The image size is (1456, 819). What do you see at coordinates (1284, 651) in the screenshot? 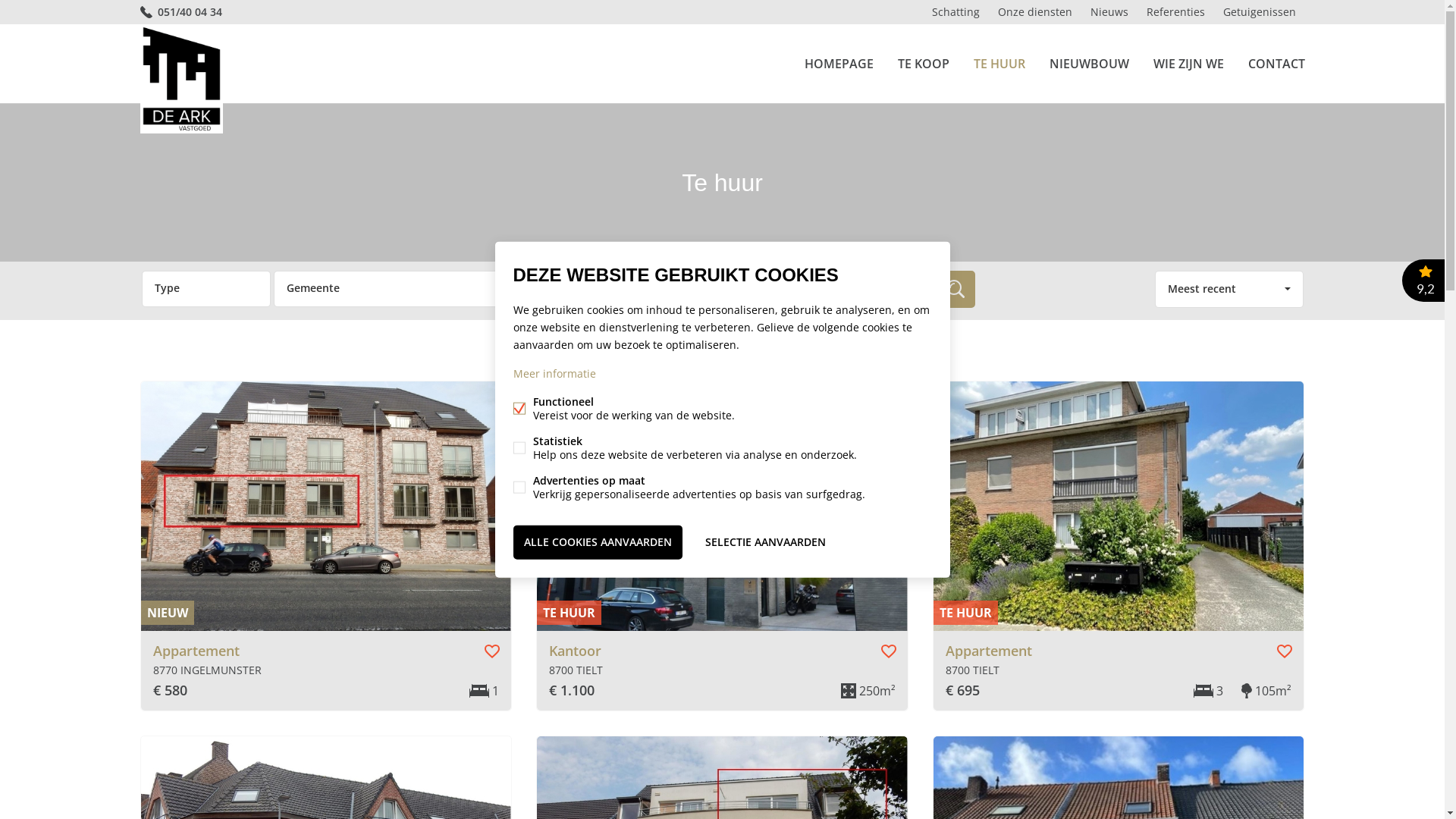
I see `'Favoriet'` at bounding box center [1284, 651].